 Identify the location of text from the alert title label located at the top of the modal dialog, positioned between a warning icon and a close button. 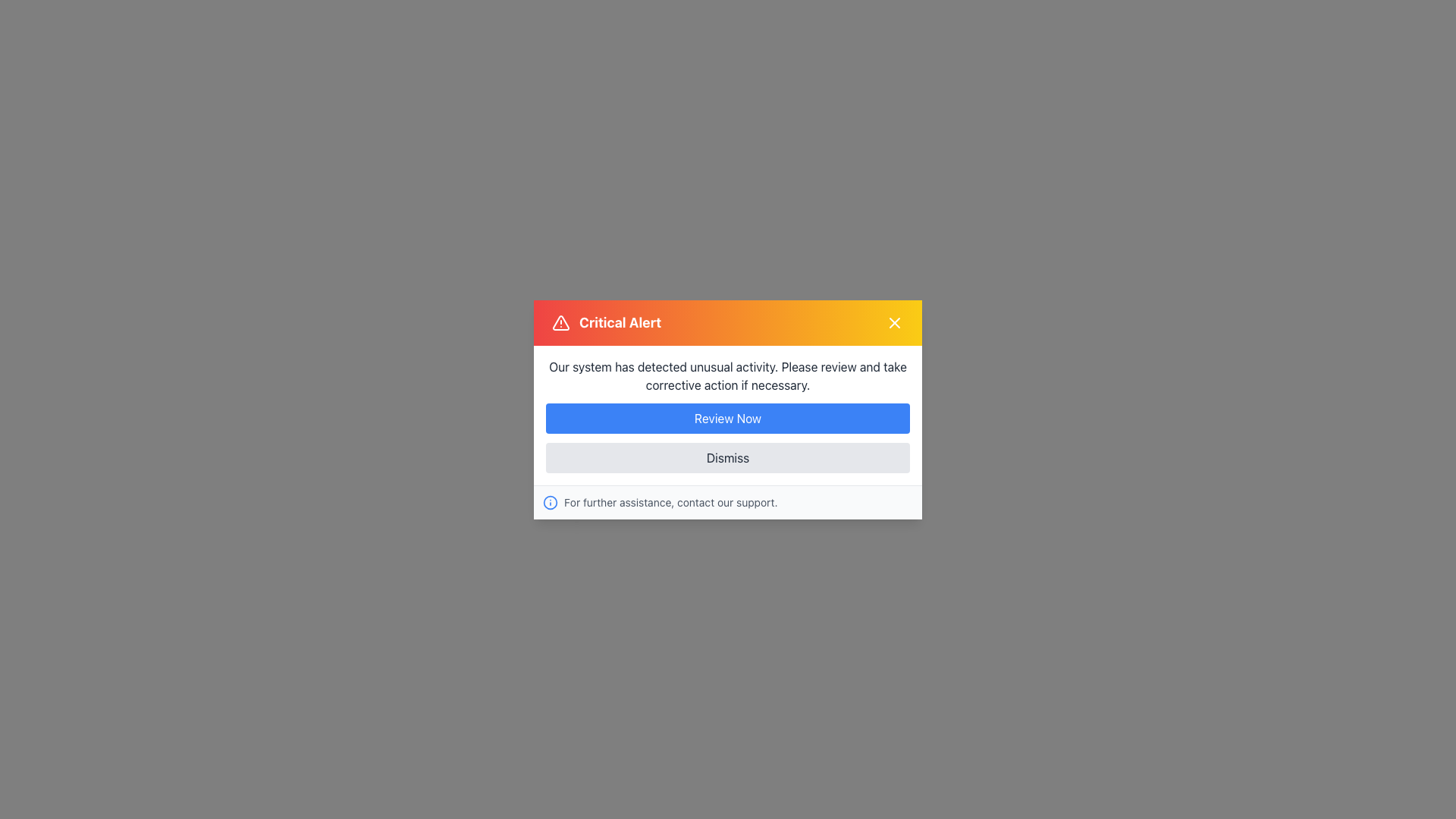
(620, 322).